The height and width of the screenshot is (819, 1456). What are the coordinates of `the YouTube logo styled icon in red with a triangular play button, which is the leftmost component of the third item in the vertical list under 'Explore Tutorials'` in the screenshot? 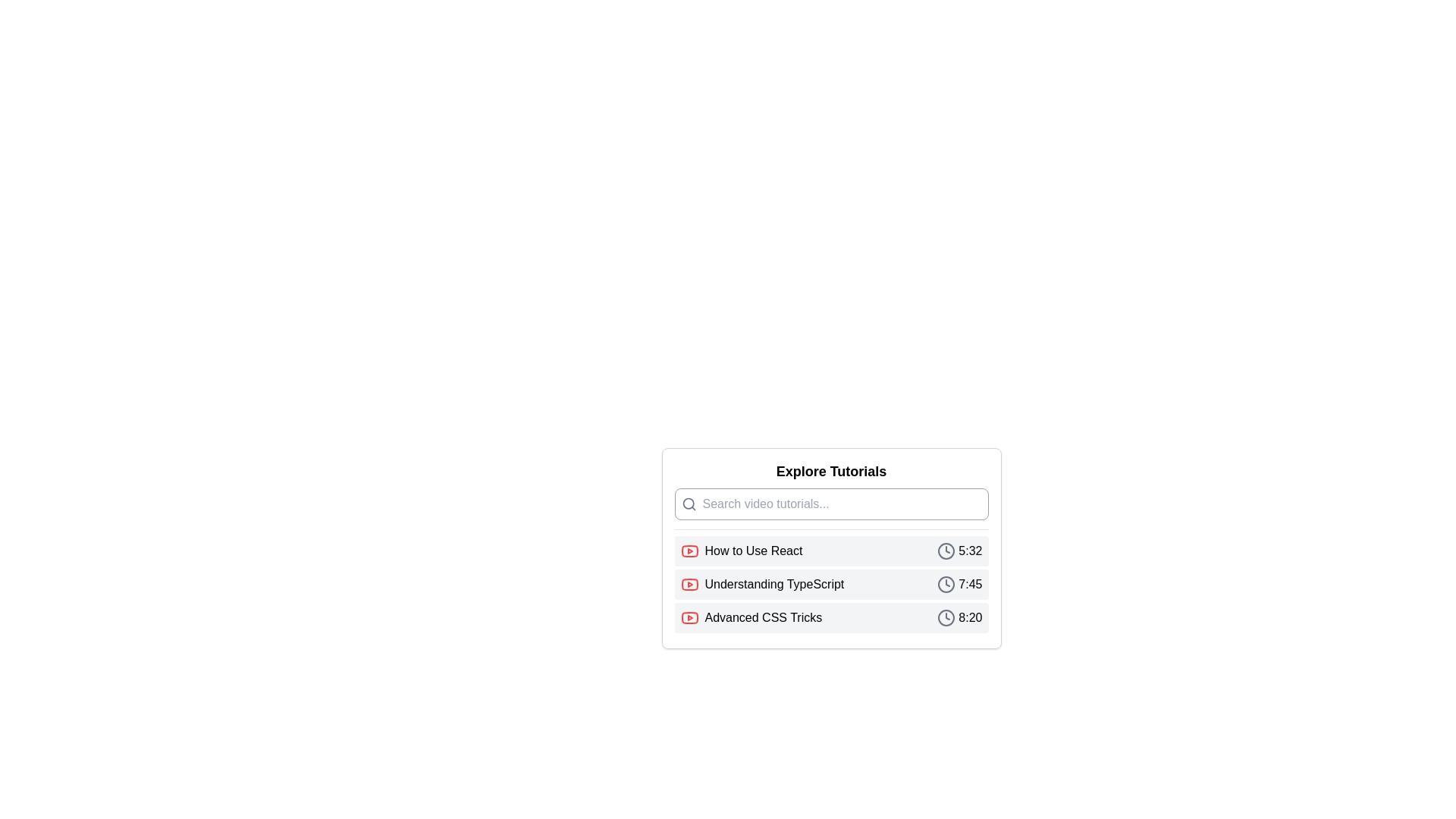 It's located at (689, 617).